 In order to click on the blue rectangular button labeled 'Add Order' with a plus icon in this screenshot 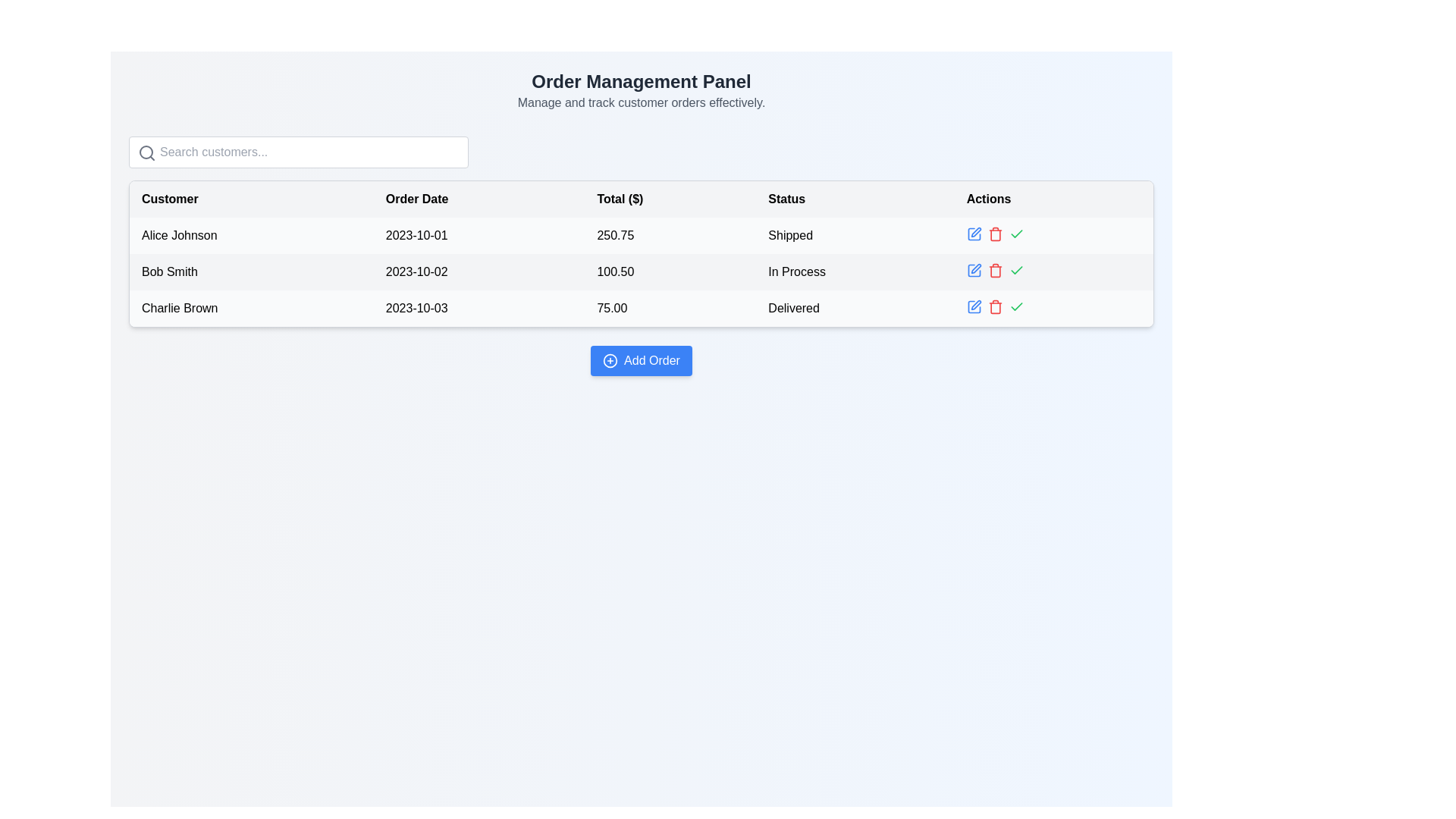, I will do `click(641, 360)`.